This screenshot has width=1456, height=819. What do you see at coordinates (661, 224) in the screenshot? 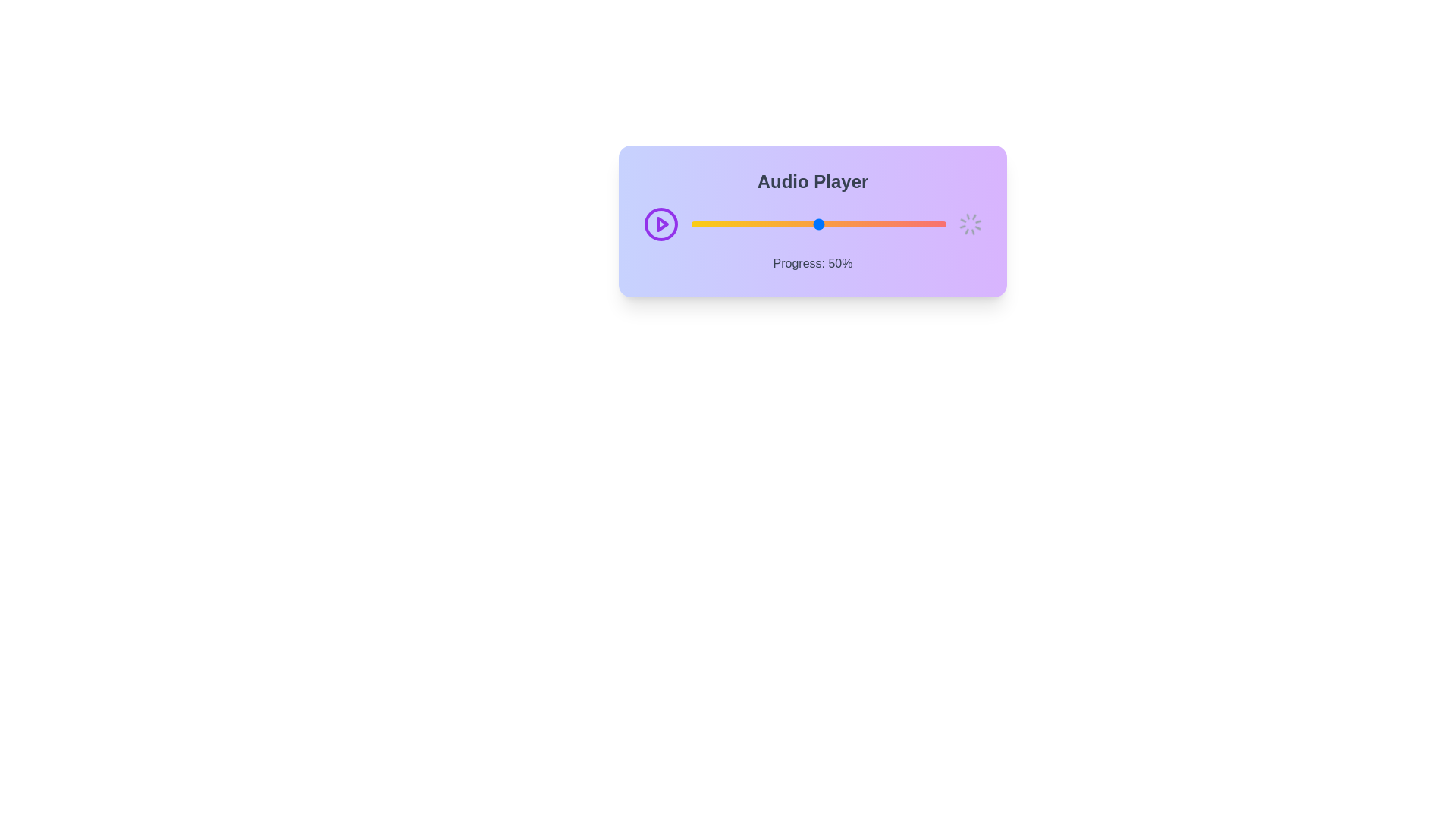
I see `the play/pause button to toggle audio playback` at bounding box center [661, 224].